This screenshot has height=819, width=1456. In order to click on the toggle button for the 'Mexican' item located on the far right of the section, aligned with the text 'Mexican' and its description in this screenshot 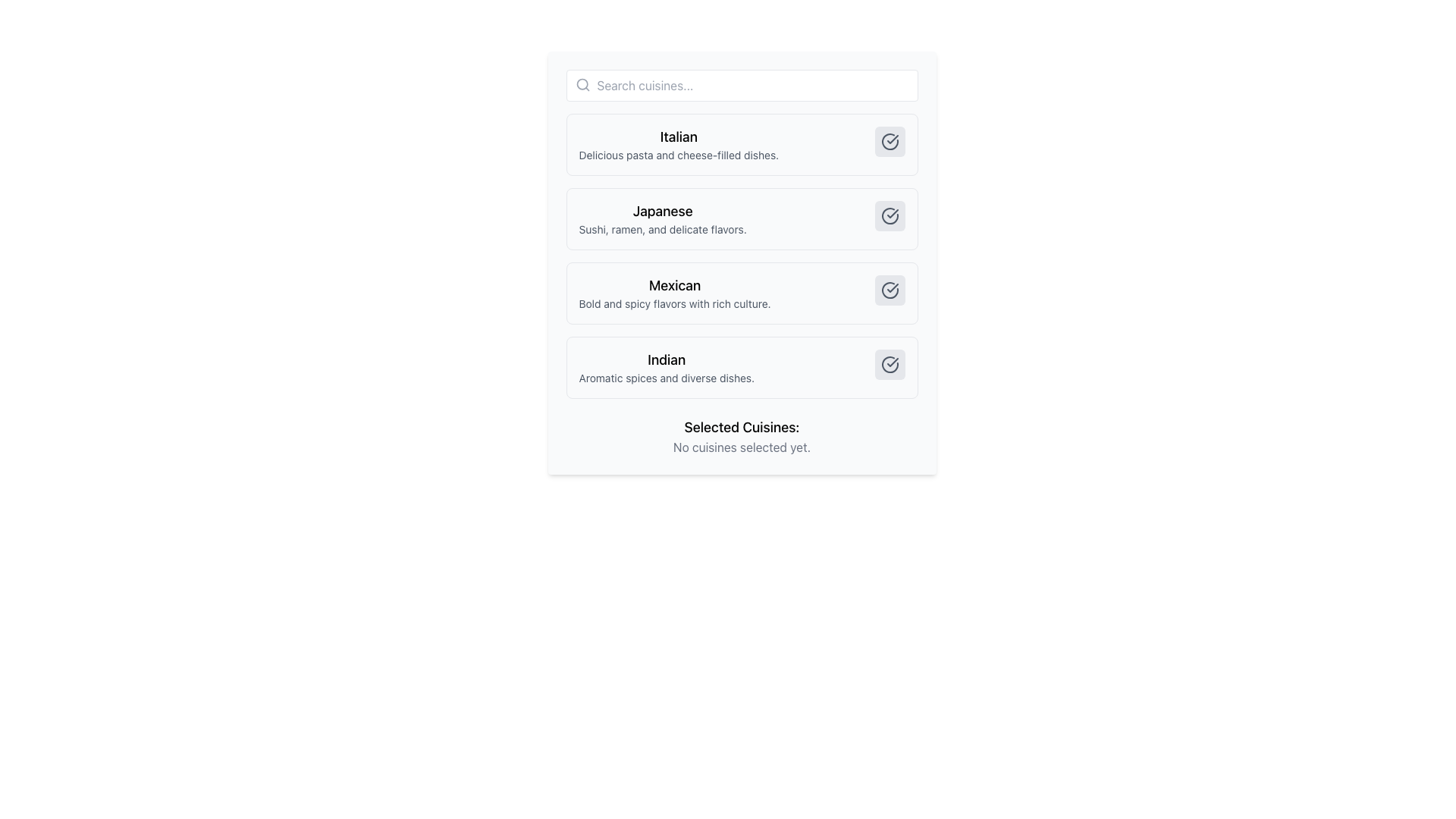, I will do `click(890, 290)`.